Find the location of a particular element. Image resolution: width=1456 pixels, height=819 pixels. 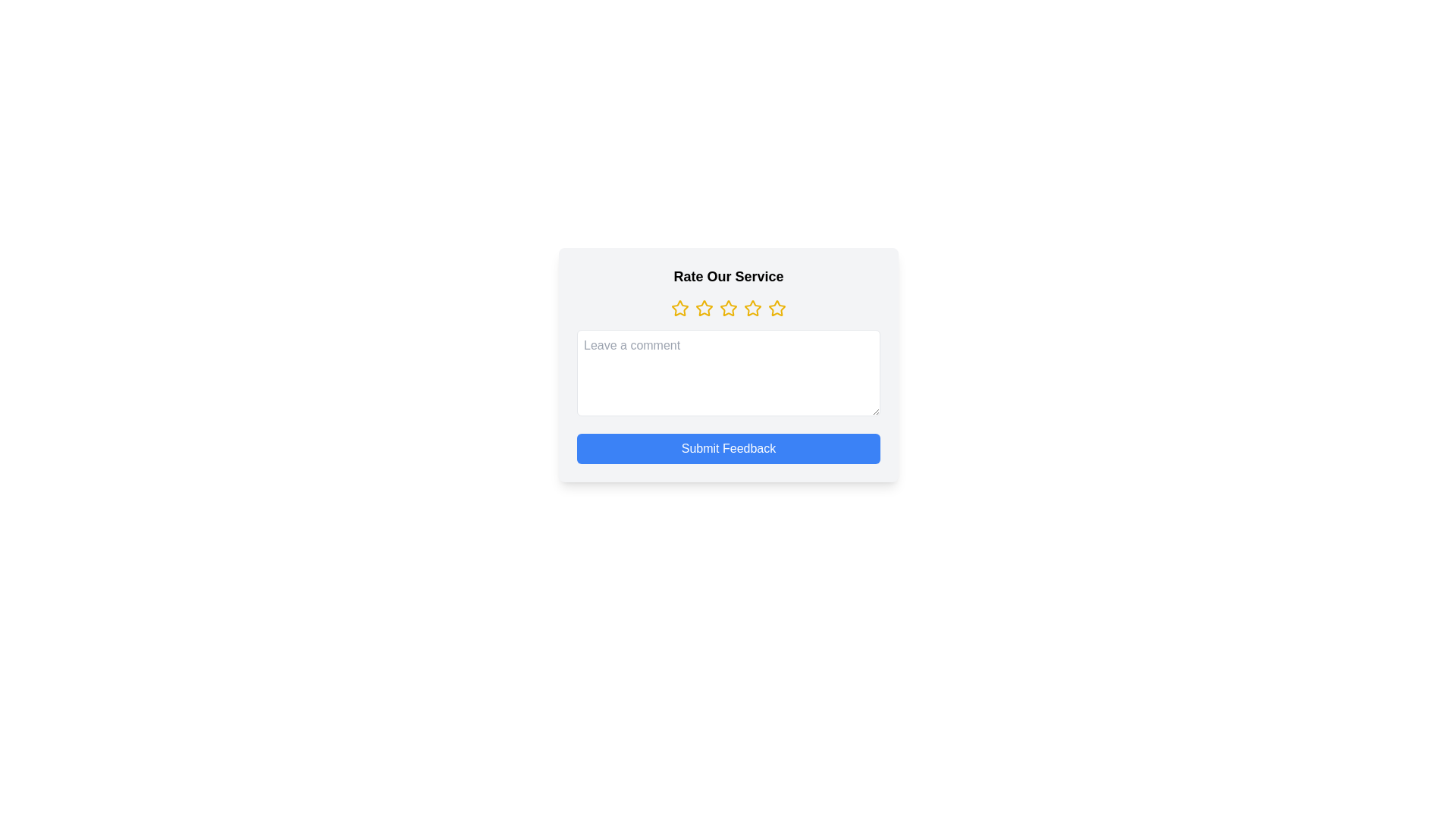

the fifth star in the sequence of five interactive rating stars at the top-center section of the feedback form is located at coordinates (777, 308).